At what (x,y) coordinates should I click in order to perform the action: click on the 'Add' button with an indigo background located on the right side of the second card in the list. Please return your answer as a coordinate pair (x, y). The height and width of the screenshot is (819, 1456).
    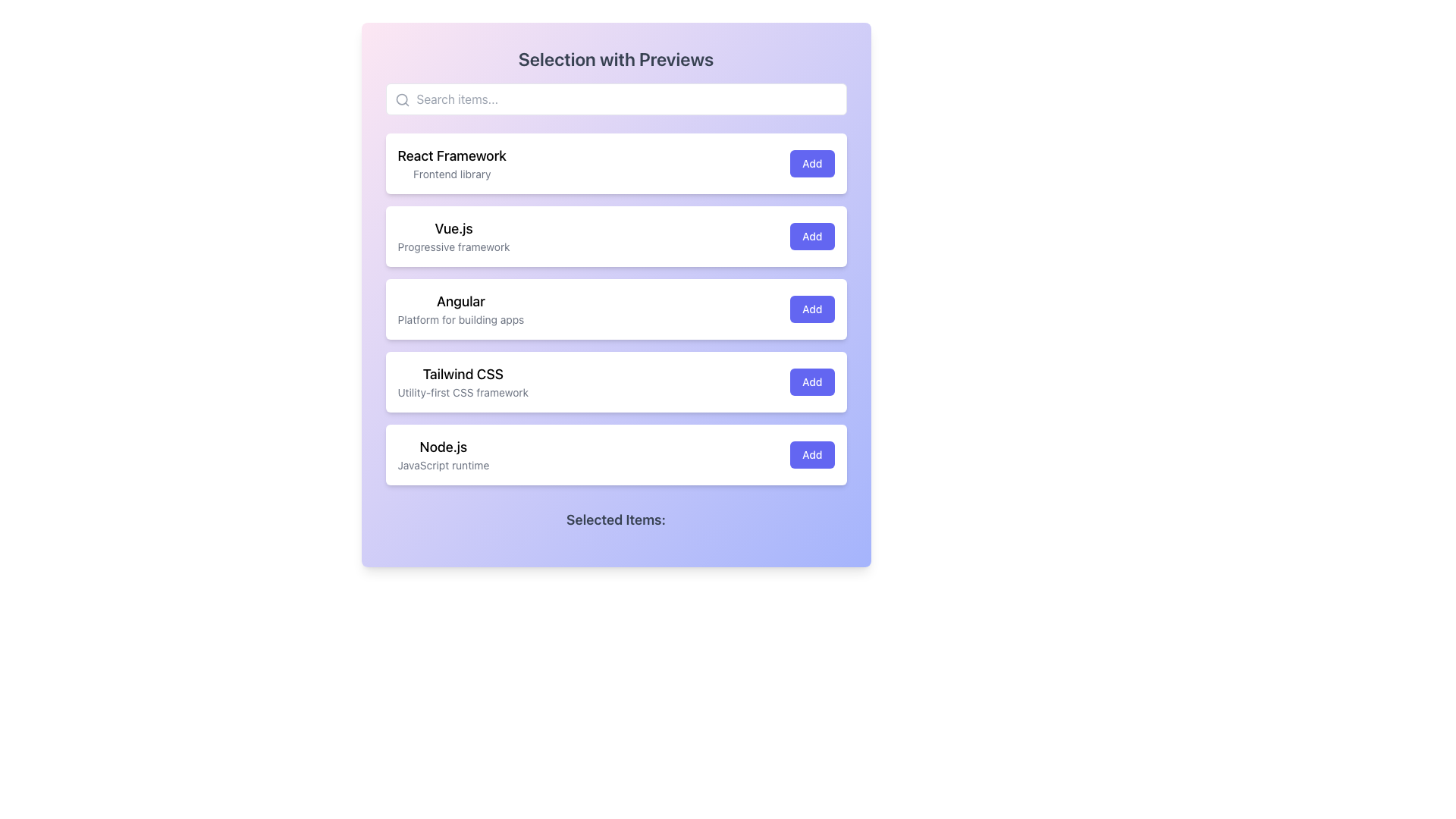
    Looking at the image, I should click on (811, 237).